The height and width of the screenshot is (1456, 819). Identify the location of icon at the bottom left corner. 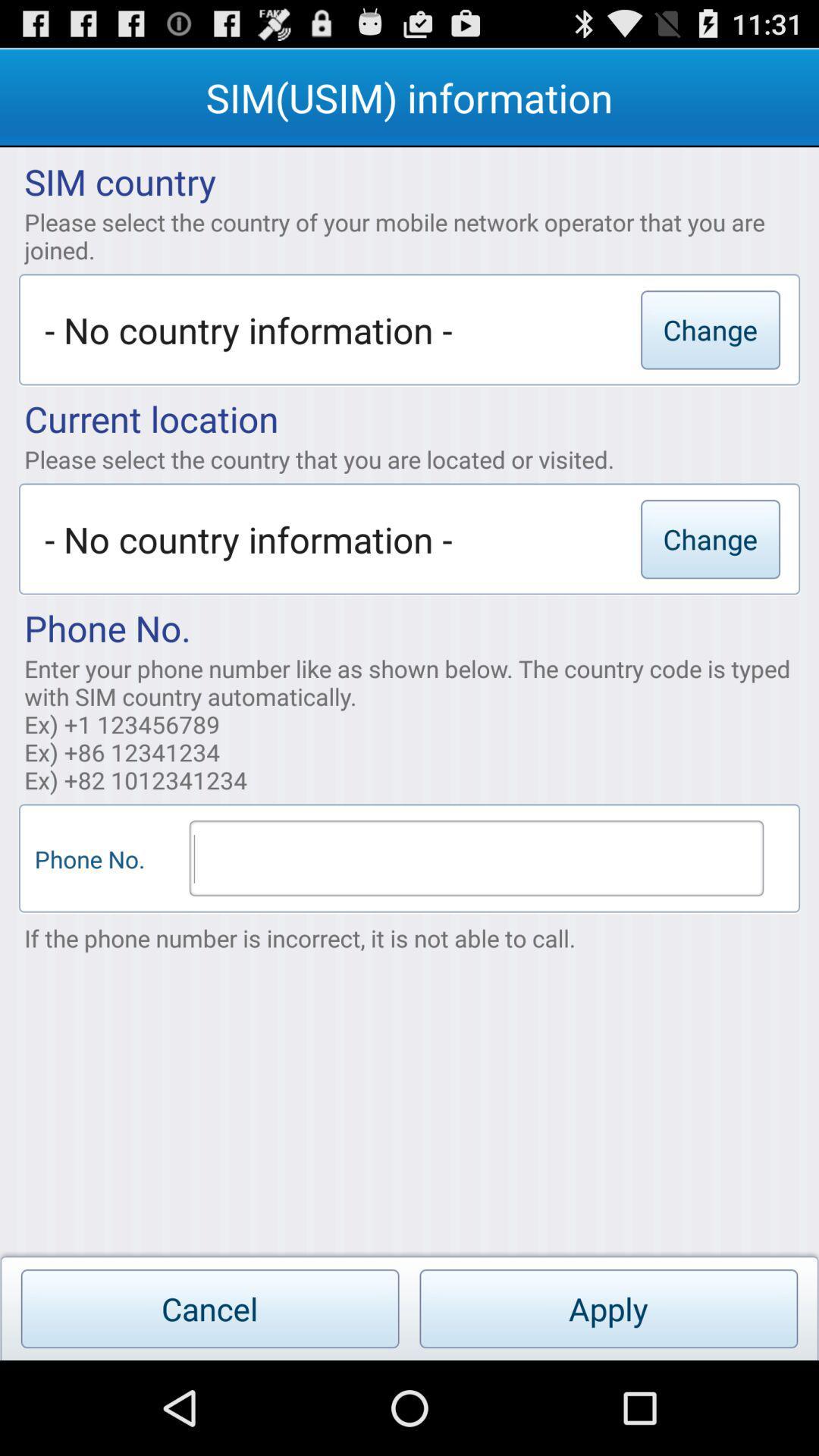
(210, 1308).